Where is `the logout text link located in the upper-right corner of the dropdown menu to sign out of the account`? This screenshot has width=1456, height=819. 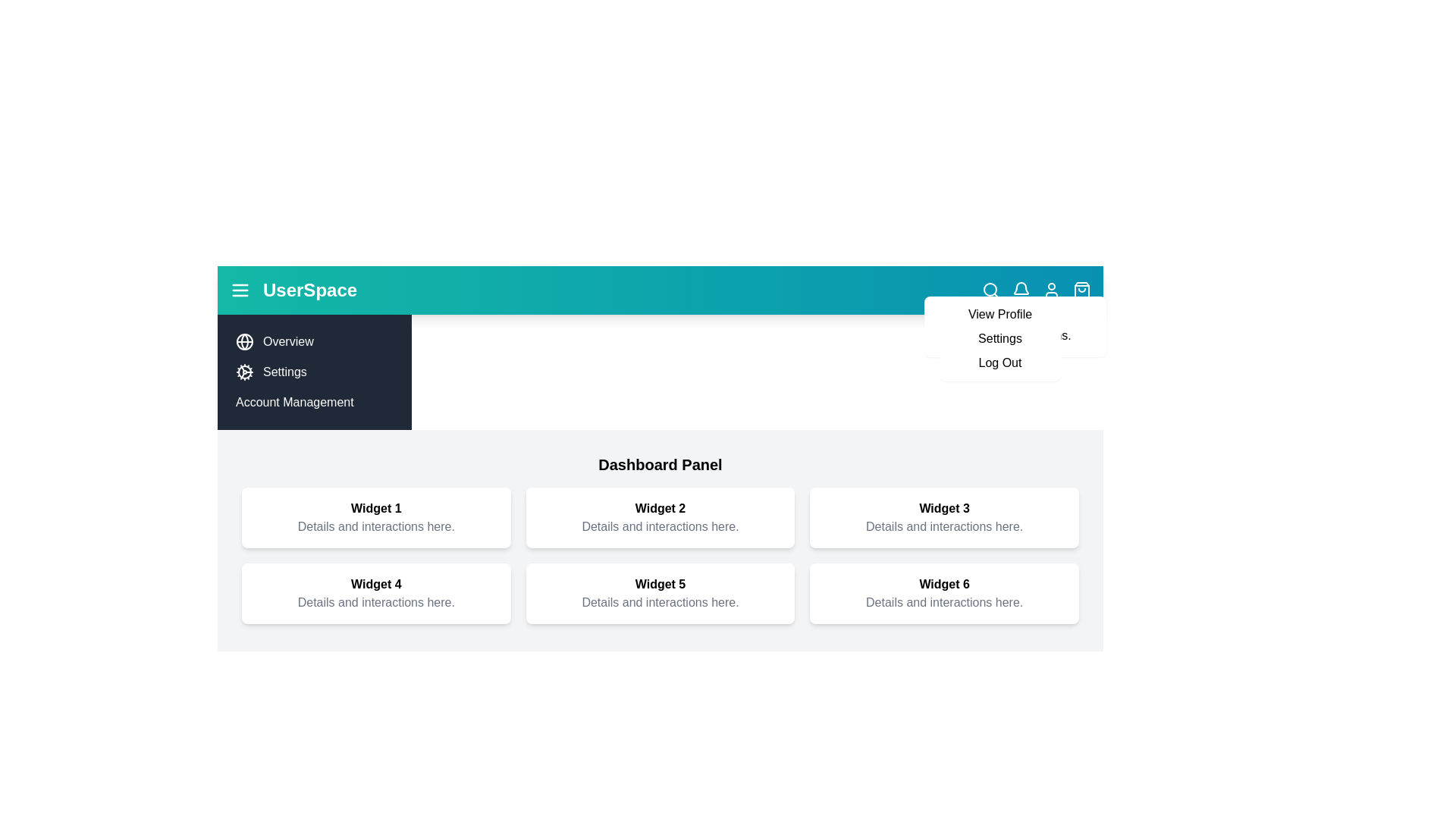
the logout text link located in the upper-right corner of the dropdown menu to sign out of the account is located at coordinates (1000, 362).